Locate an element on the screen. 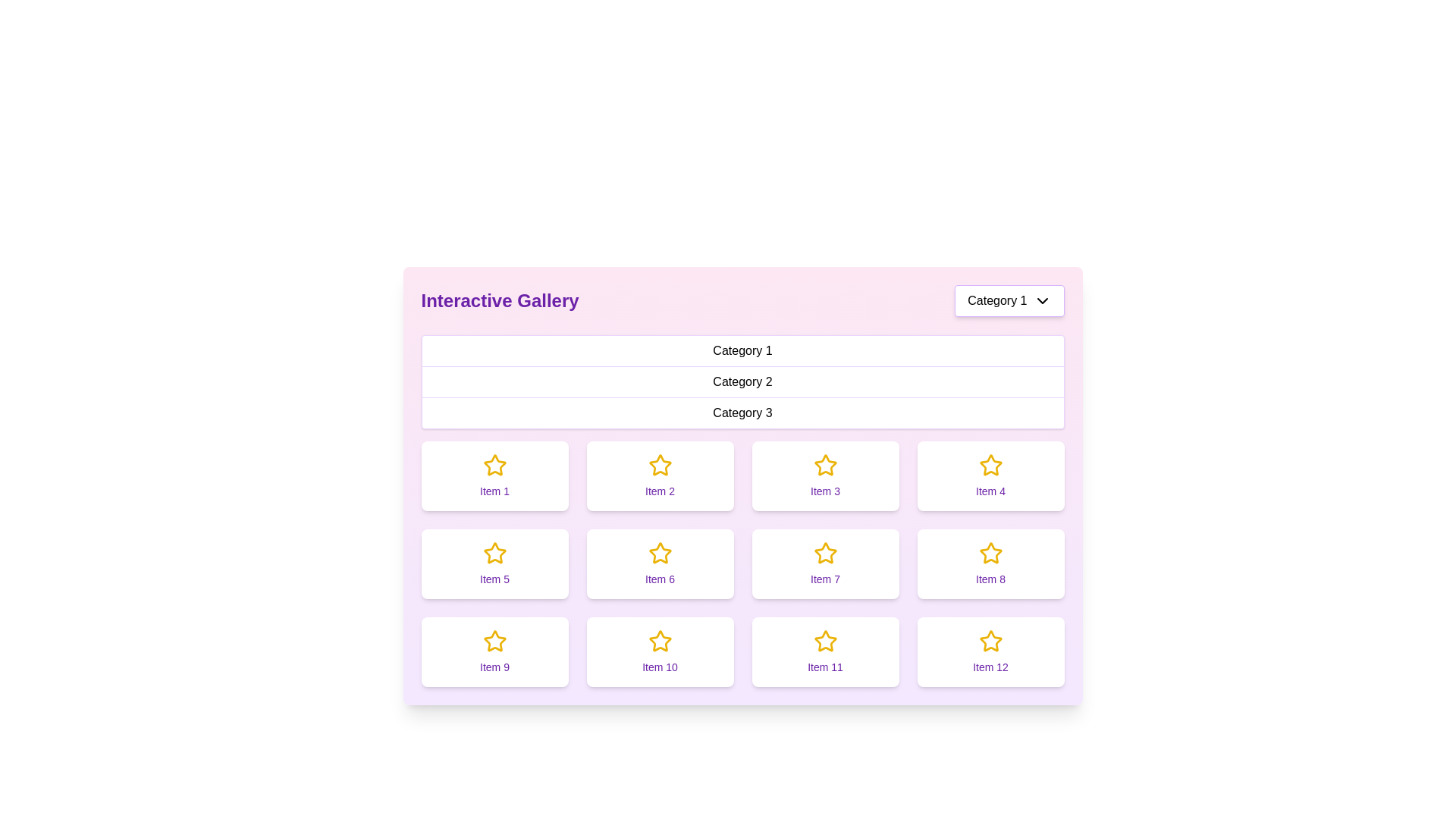 This screenshot has width=1456, height=819. the prominent yellow star icon with a hollow center located at the center-top of the 'Item 10' card is located at coordinates (660, 641).